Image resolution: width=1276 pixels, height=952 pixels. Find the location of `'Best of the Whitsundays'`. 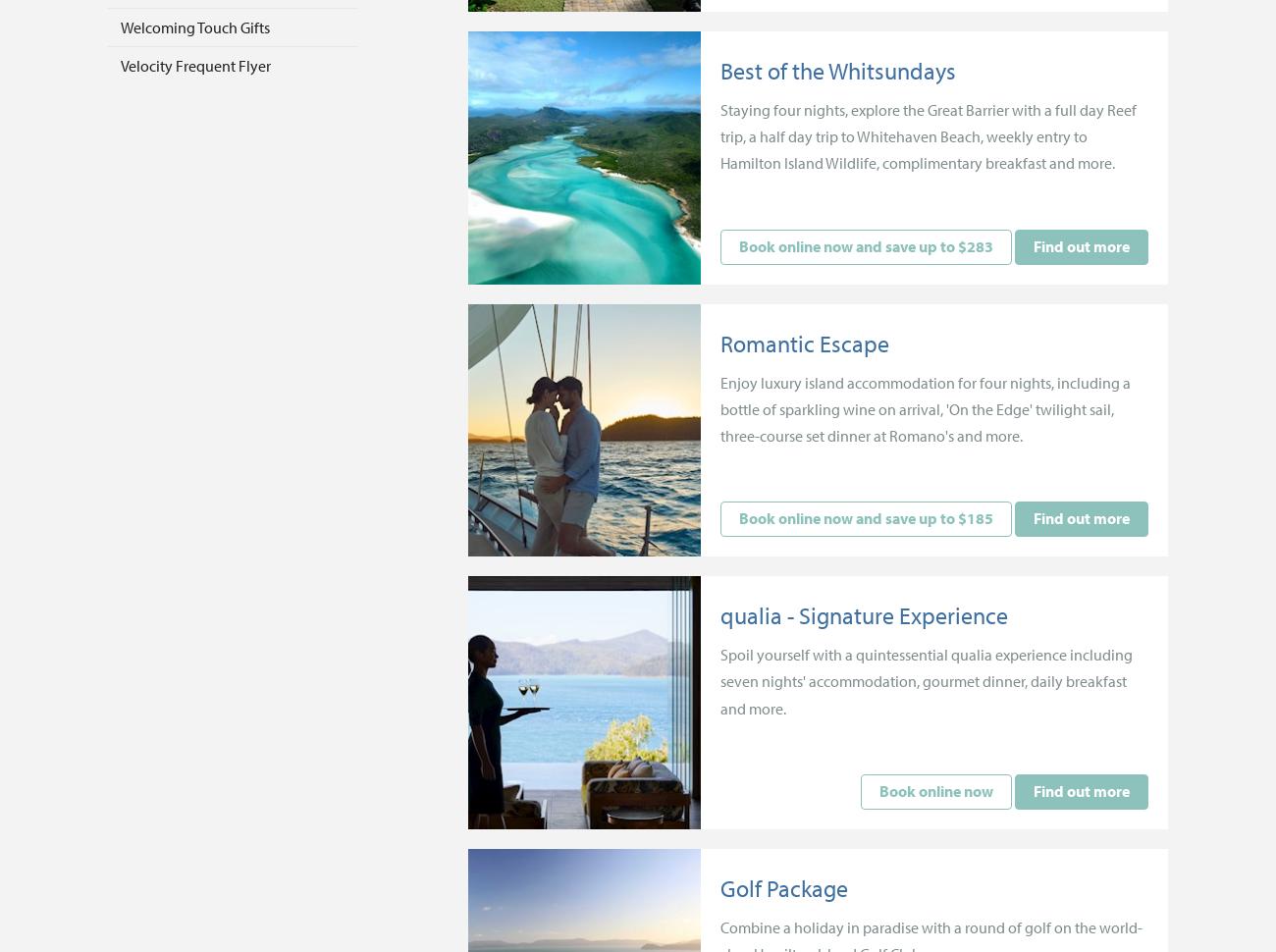

'Best of the Whitsundays' is located at coordinates (837, 69).